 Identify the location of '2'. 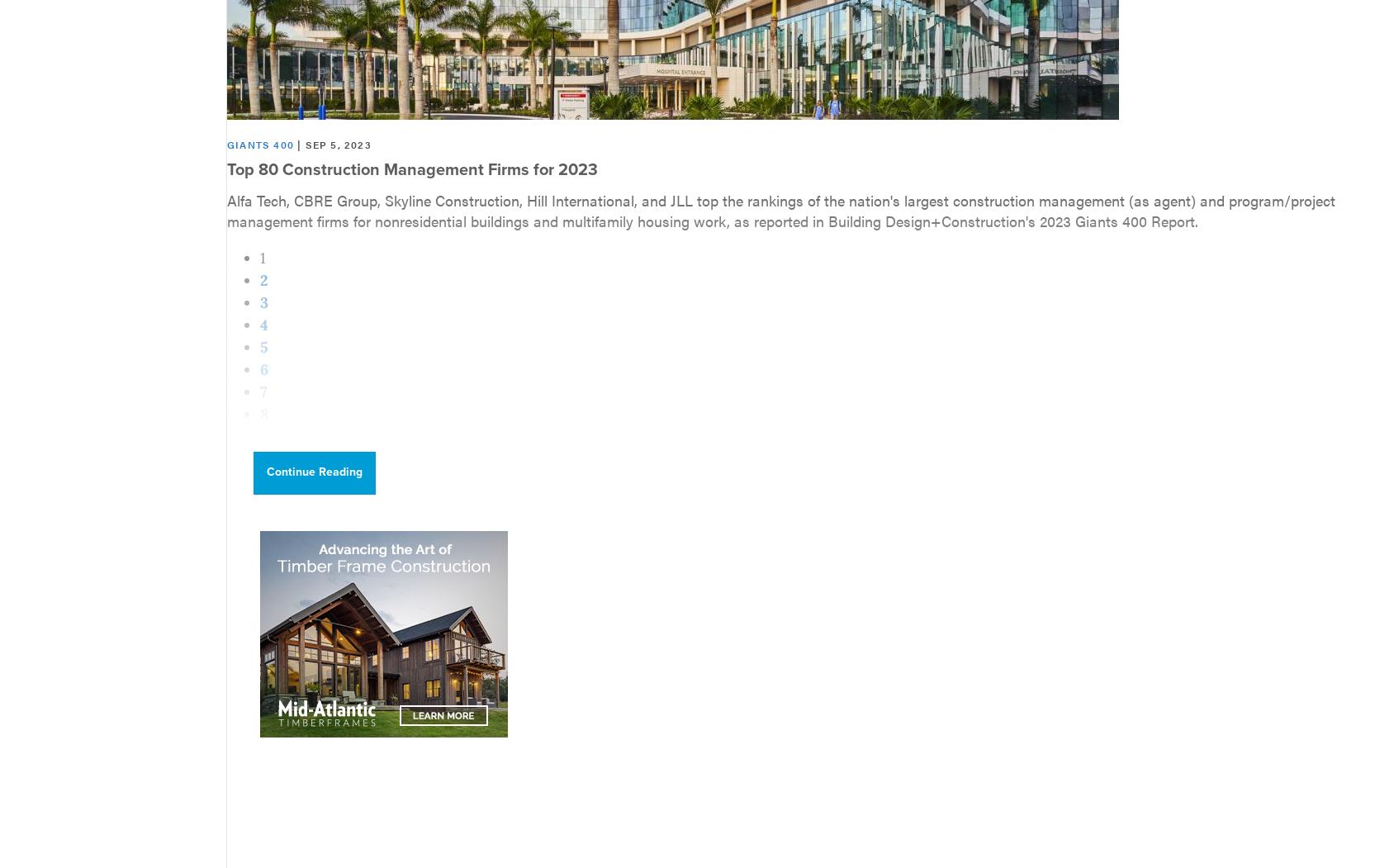
(258, 279).